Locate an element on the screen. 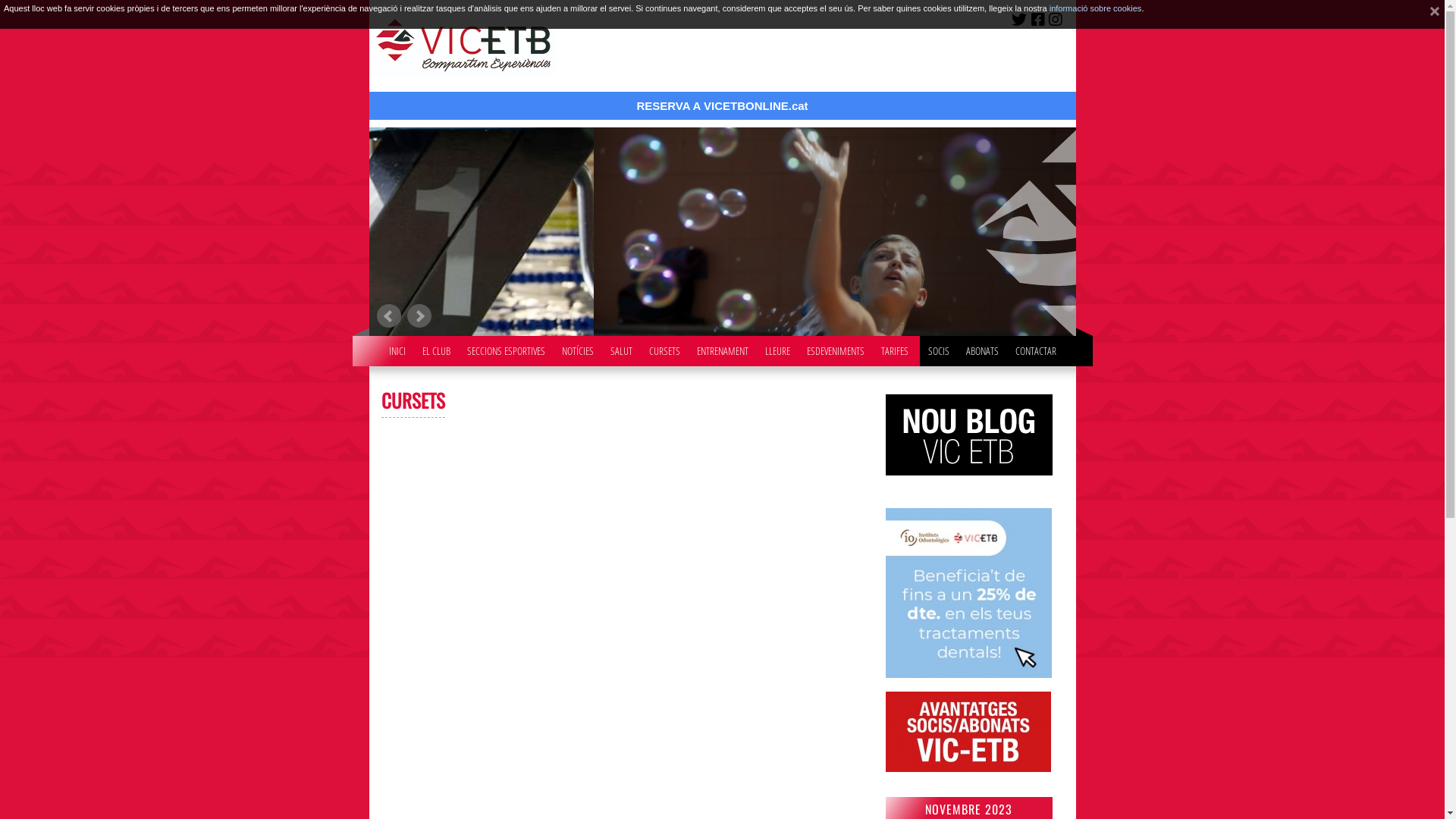 The height and width of the screenshot is (819, 1456). 'SOCIS' is located at coordinates (920, 347).